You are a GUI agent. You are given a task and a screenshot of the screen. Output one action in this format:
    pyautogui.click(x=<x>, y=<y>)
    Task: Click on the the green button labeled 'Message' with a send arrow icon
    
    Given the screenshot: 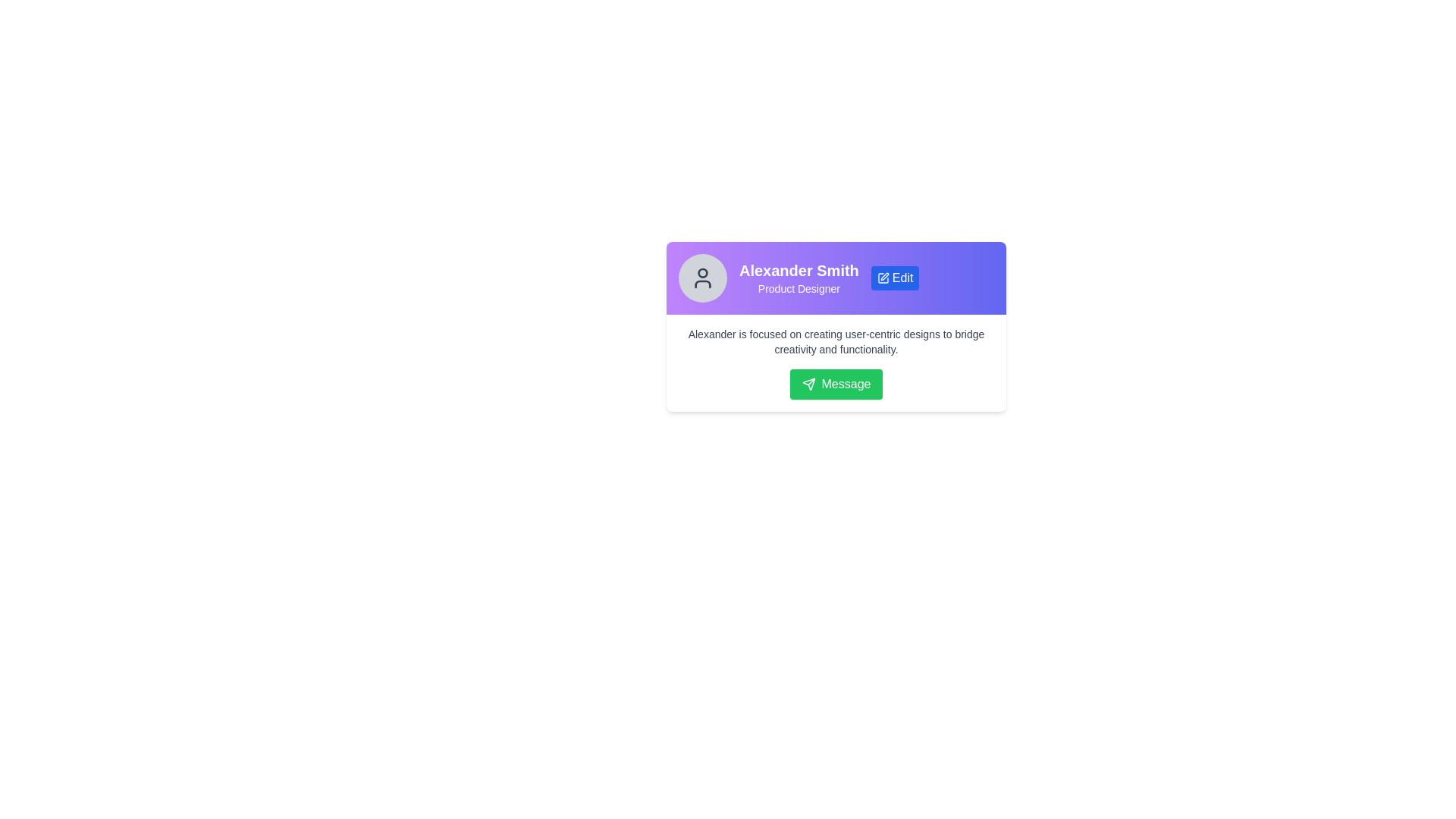 What is the action you would take?
    pyautogui.click(x=836, y=383)
    